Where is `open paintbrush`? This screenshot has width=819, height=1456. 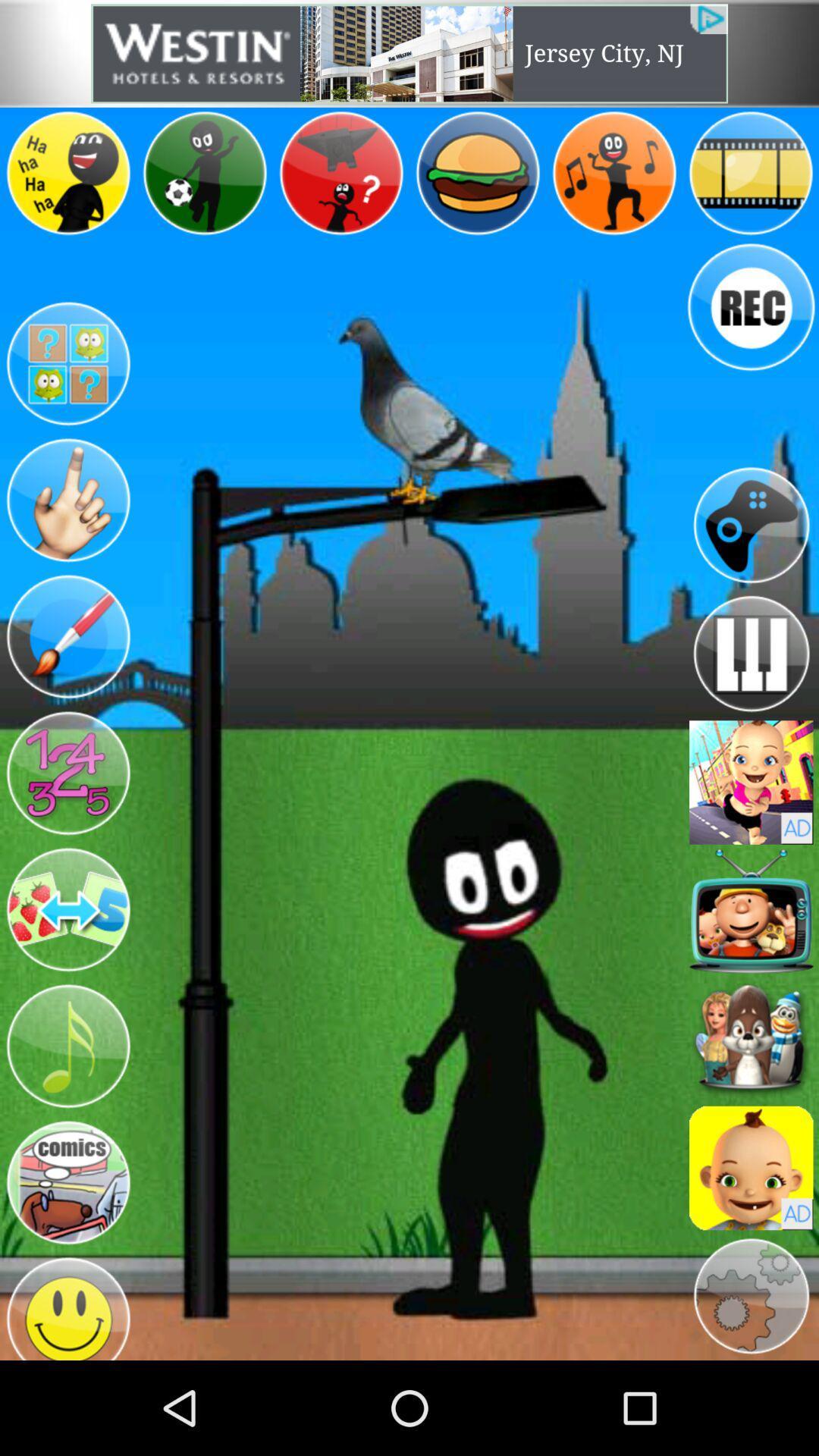
open paintbrush is located at coordinates (67, 637).